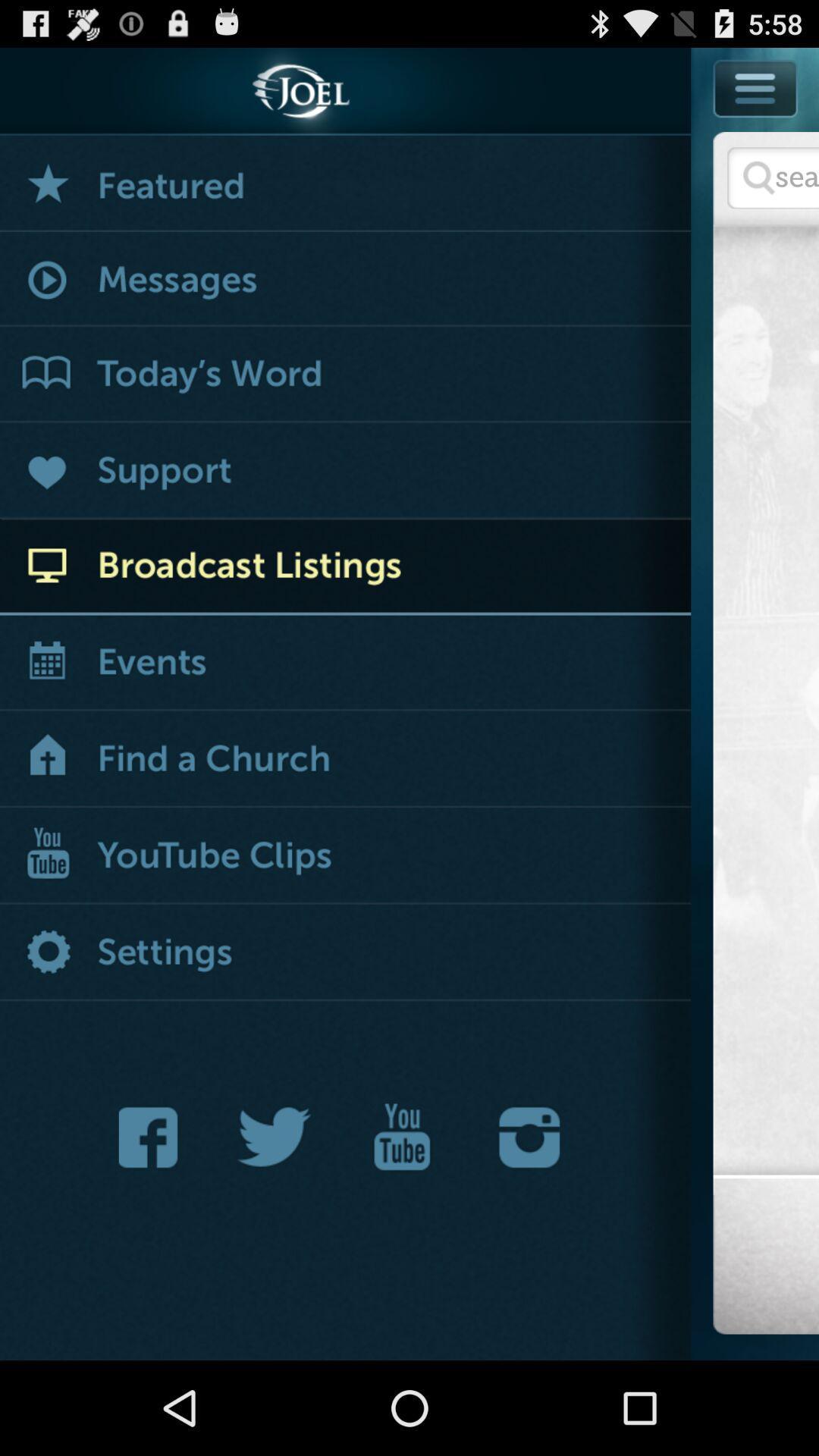 The height and width of the screenshot is (1456, 819). I want to click on menu button, so click(755, 122).